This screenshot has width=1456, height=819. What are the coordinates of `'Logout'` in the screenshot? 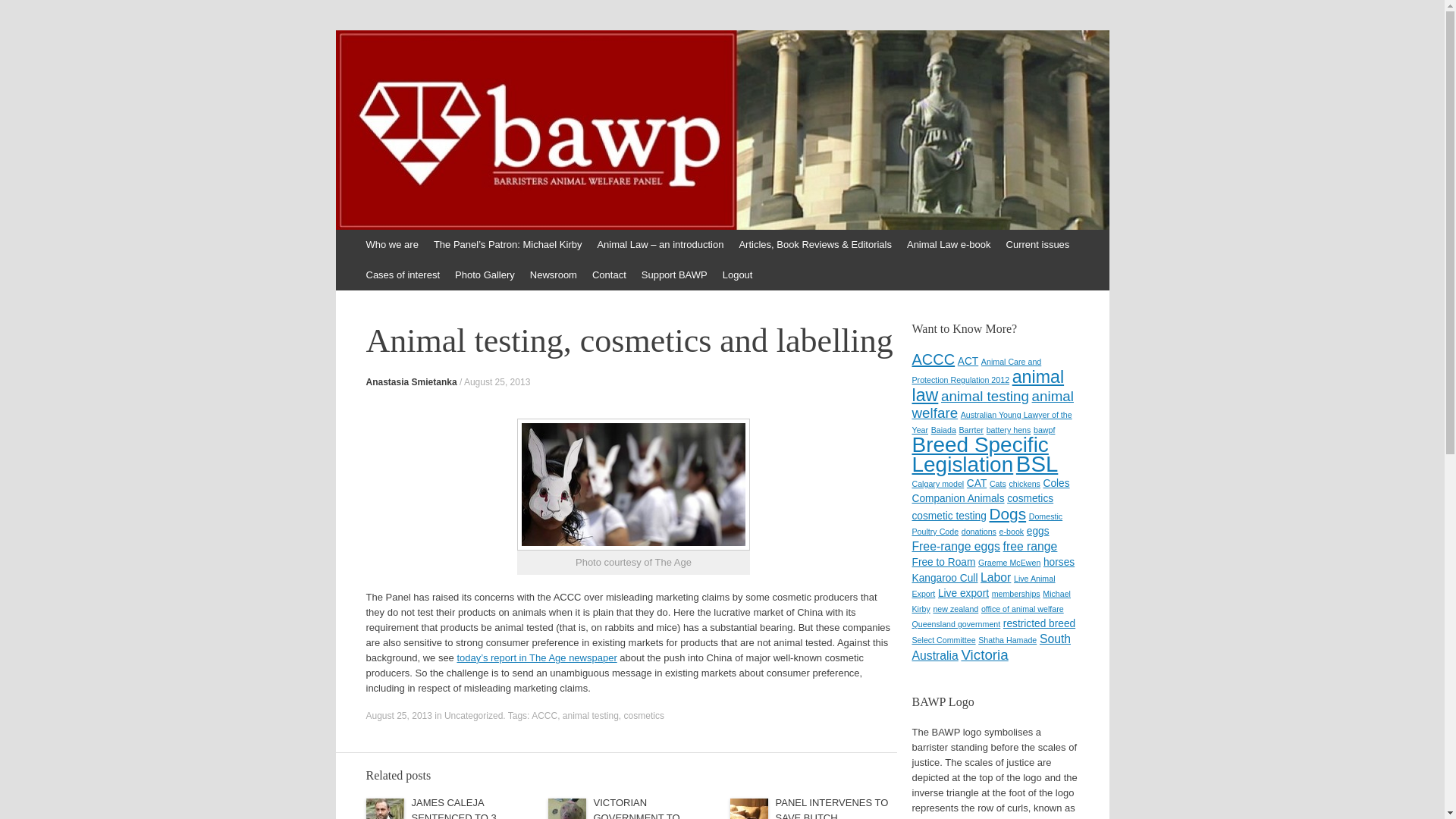 It's located at (714, 275).